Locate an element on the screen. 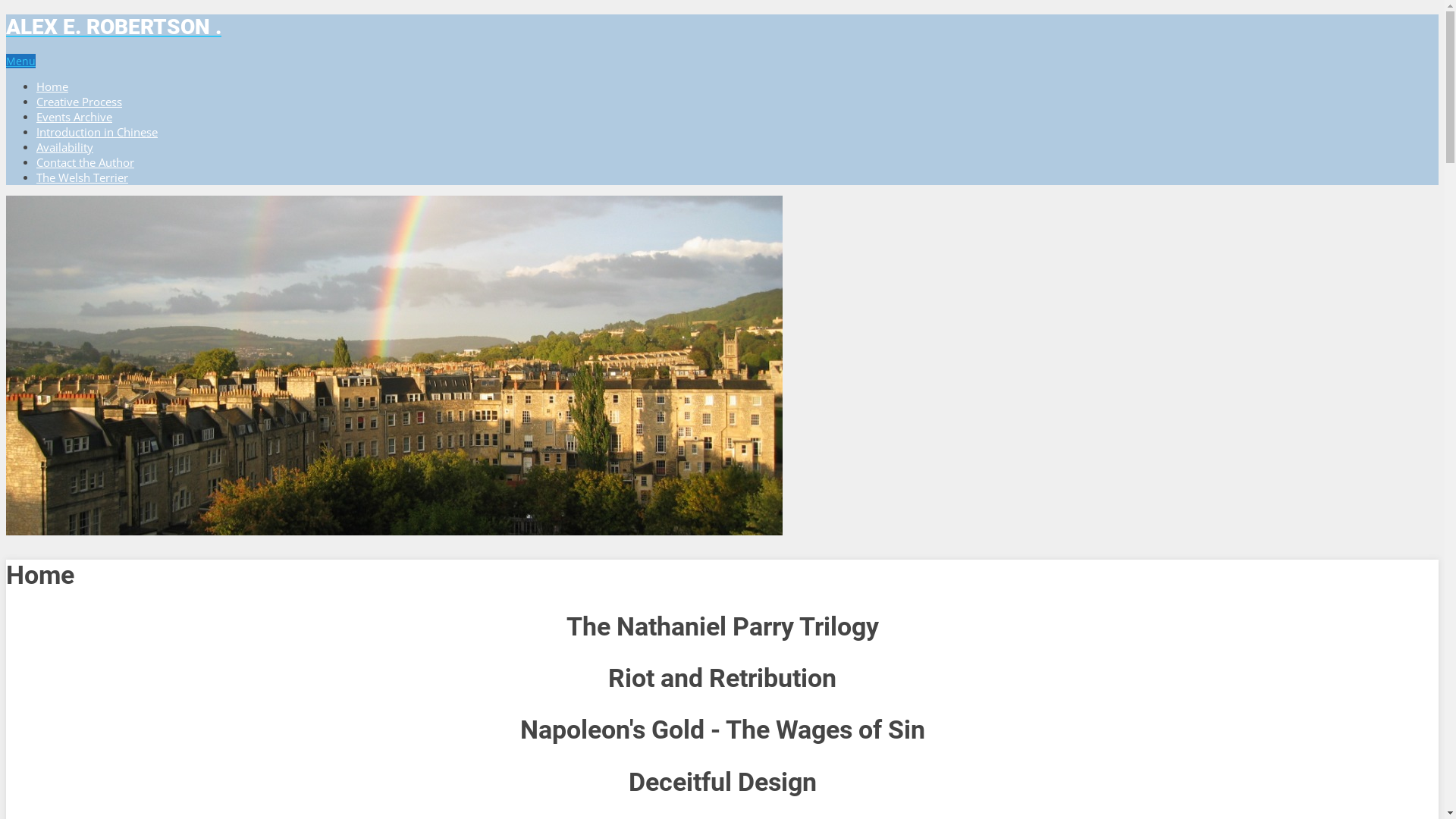 This screenshot has width=1456, height=819. 'ALEX E. ROBERTSON .' is located at coordinates (721, 27).